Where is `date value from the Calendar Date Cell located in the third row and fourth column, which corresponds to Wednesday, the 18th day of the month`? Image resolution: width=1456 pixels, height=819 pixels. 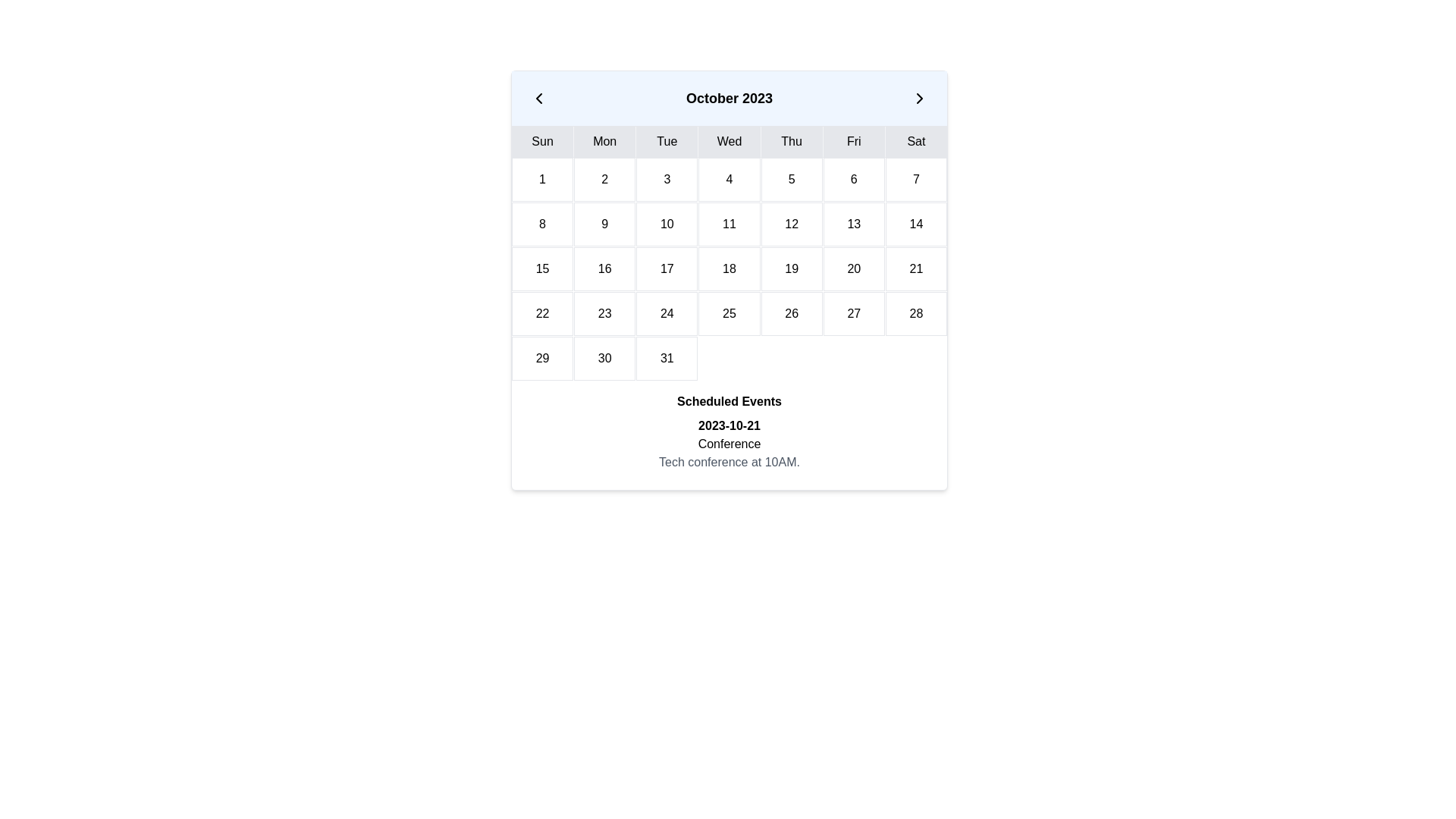
date value from the Calendar Date Cell located in the third row and fourth column, which corresponds to Wednesday, the 18th day of the month is located at coordinates (729, 268).